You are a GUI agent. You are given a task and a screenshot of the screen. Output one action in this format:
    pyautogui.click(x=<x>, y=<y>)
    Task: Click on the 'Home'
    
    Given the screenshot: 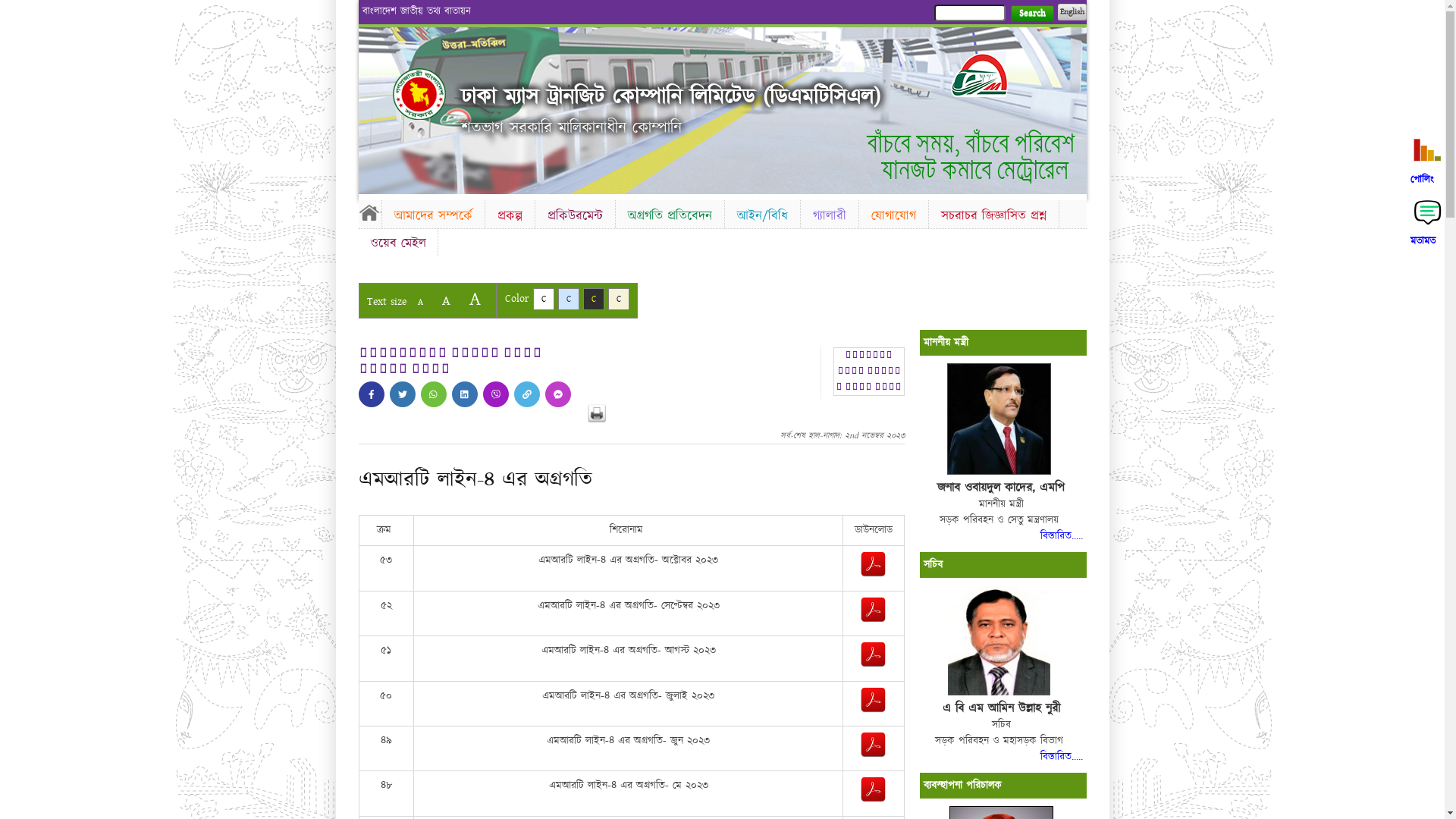 What is the action you would take?
    pyautogui.click(x=393, y=93)
    